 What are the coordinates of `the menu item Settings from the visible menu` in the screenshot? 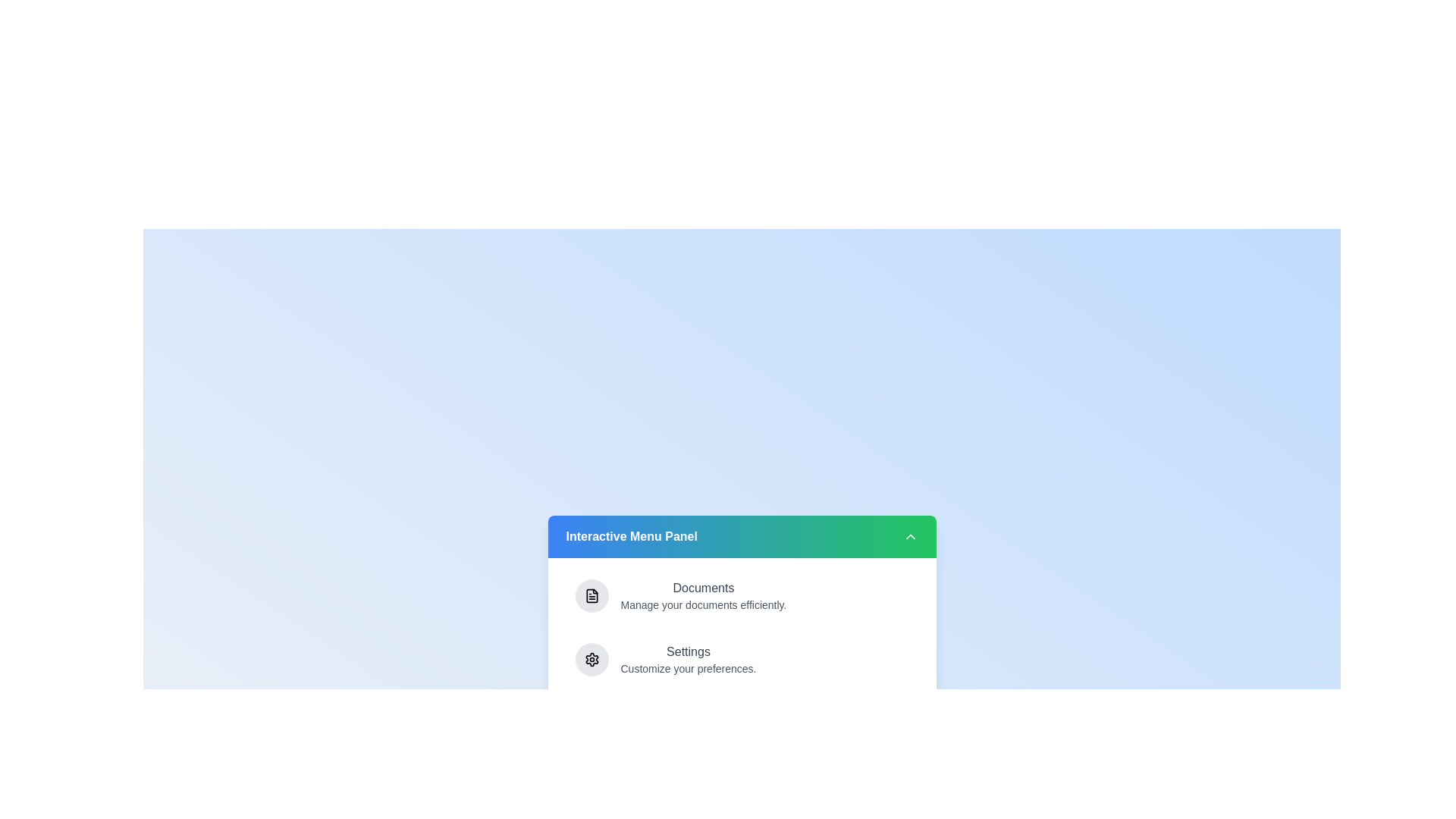 It's located at (742, 659).